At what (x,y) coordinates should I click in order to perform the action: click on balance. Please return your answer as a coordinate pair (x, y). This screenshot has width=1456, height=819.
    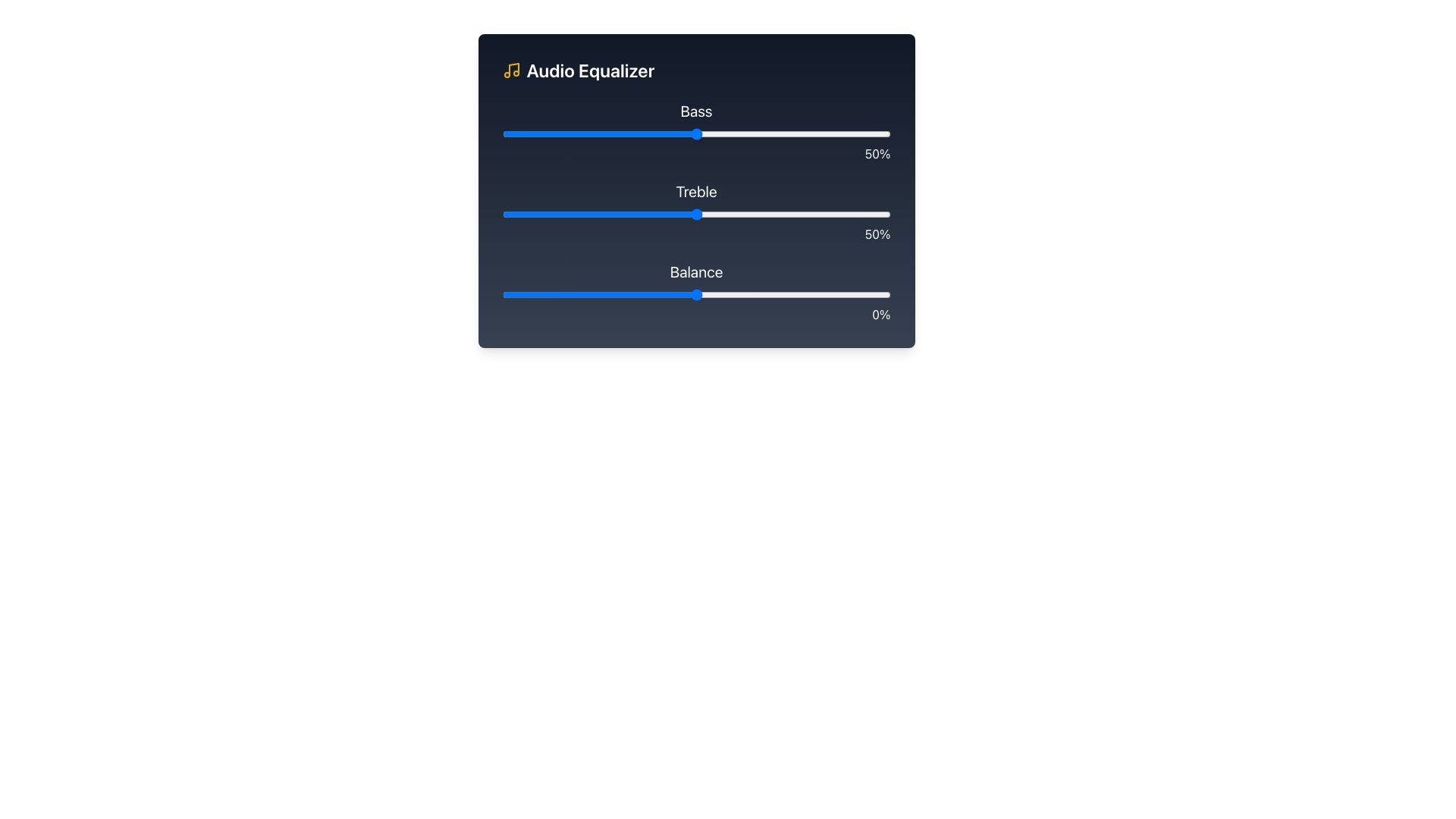
    Looking at the image, I should click on (688, 295).